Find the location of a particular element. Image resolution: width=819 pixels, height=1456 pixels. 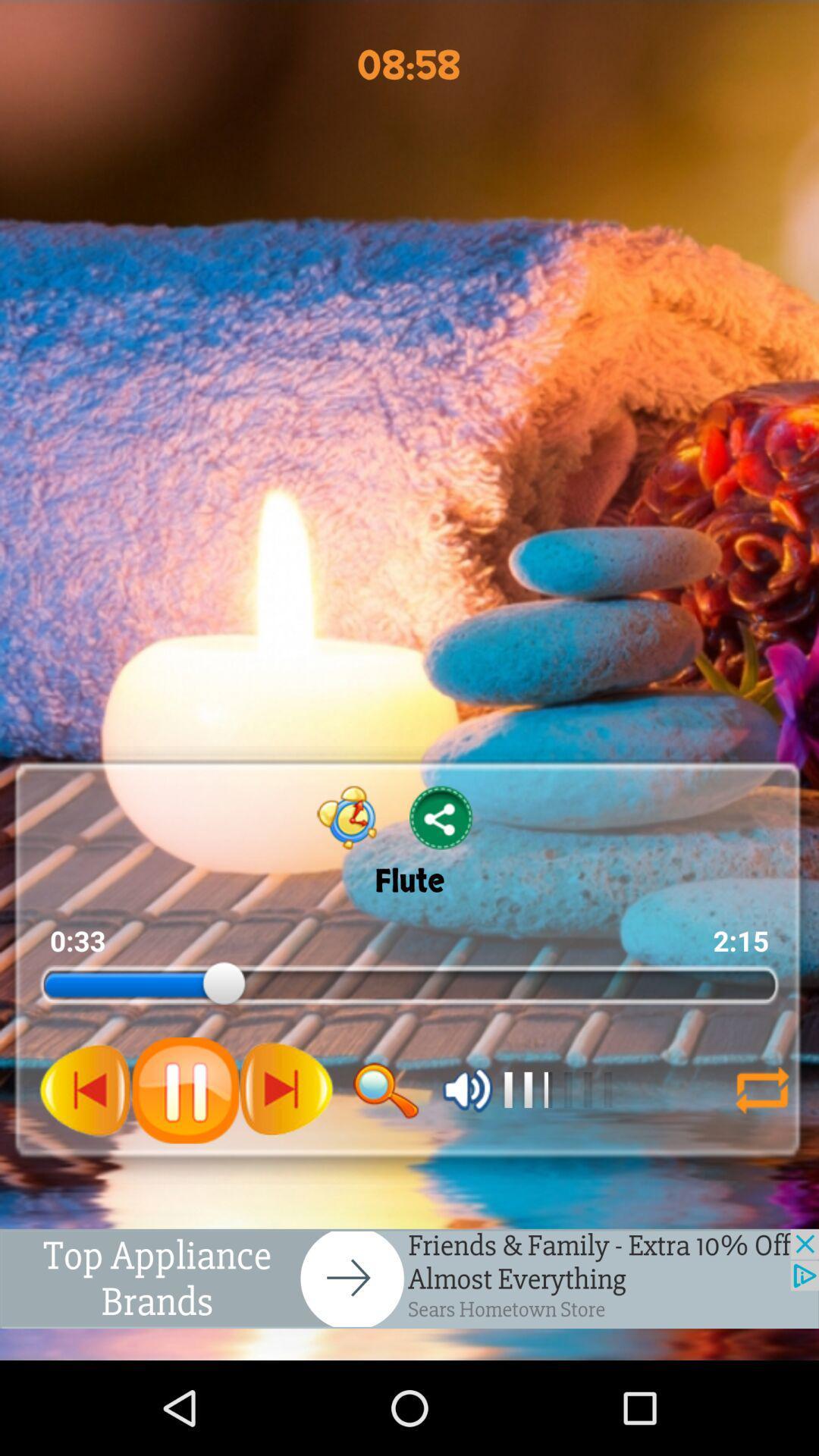

advertisement option is located at coordinates (409, 1278).